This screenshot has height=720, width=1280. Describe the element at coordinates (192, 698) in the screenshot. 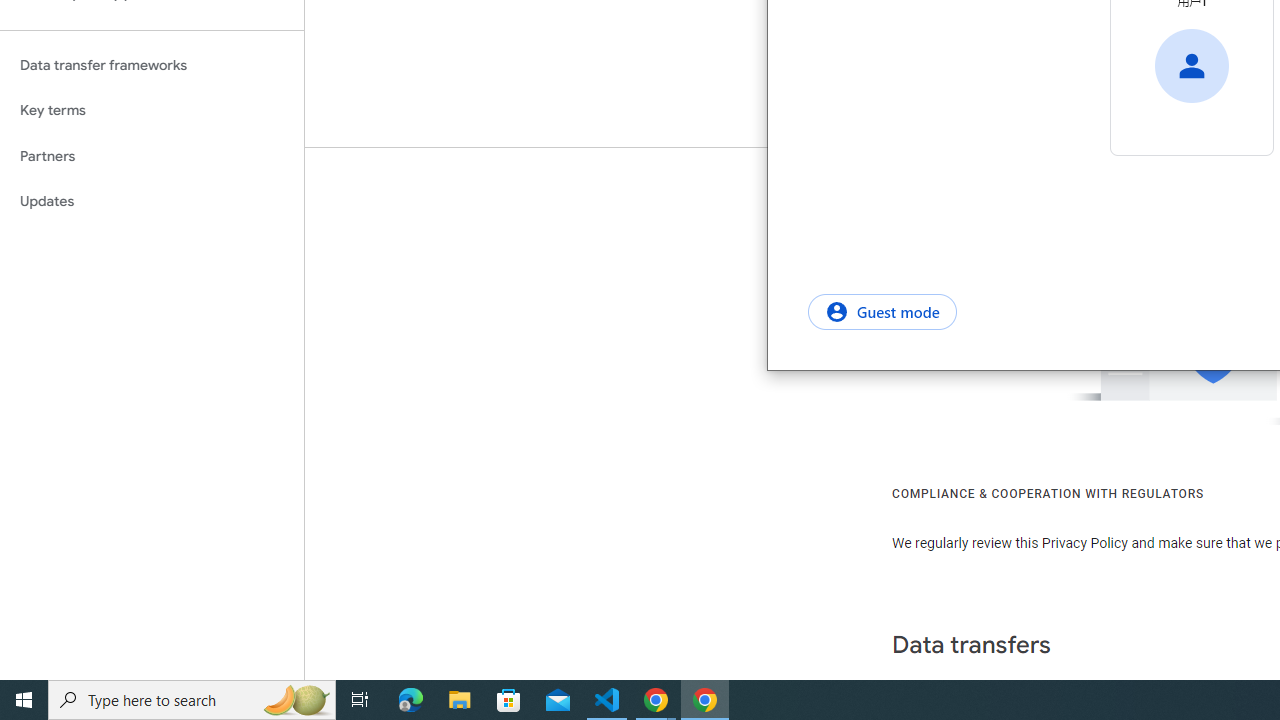

I see `'Type here to search'` at that location.